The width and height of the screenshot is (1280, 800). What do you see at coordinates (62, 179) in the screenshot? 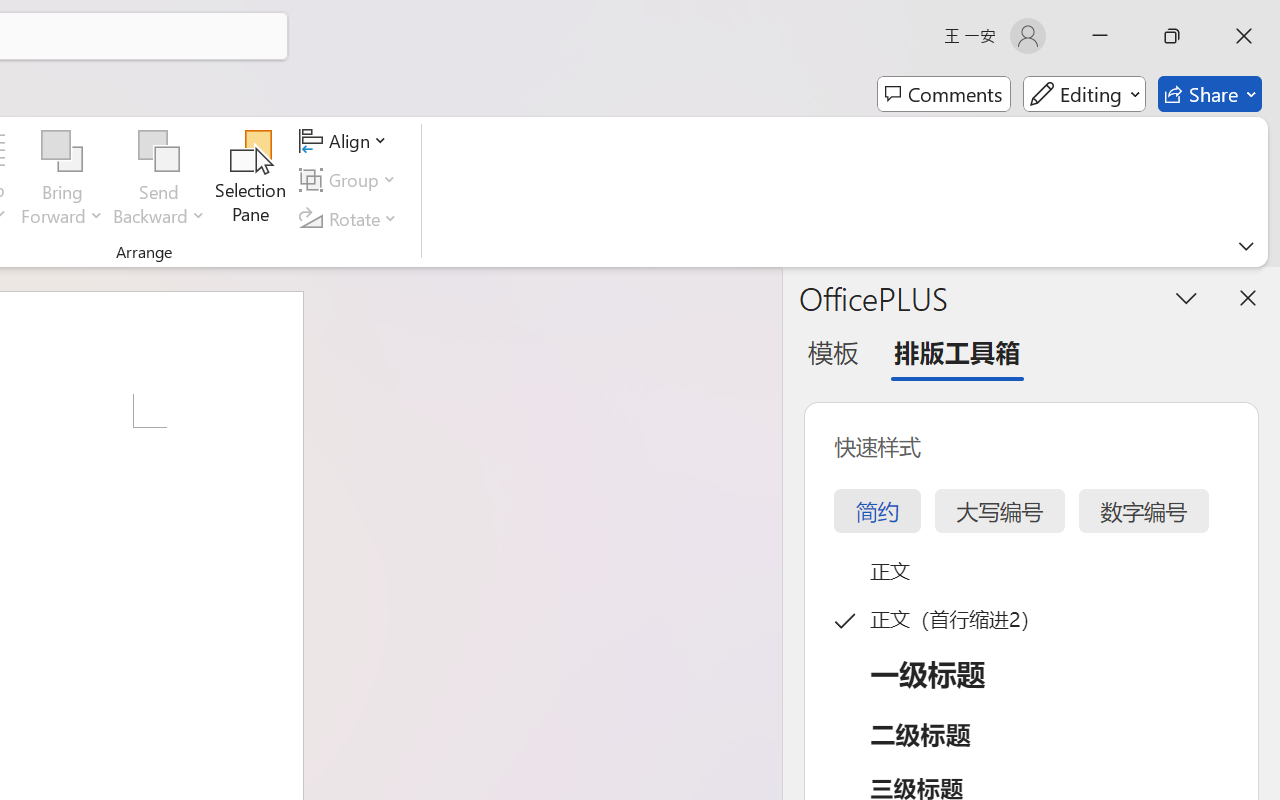
I see `'Bring Forward'` at bounding box center [62, 179].